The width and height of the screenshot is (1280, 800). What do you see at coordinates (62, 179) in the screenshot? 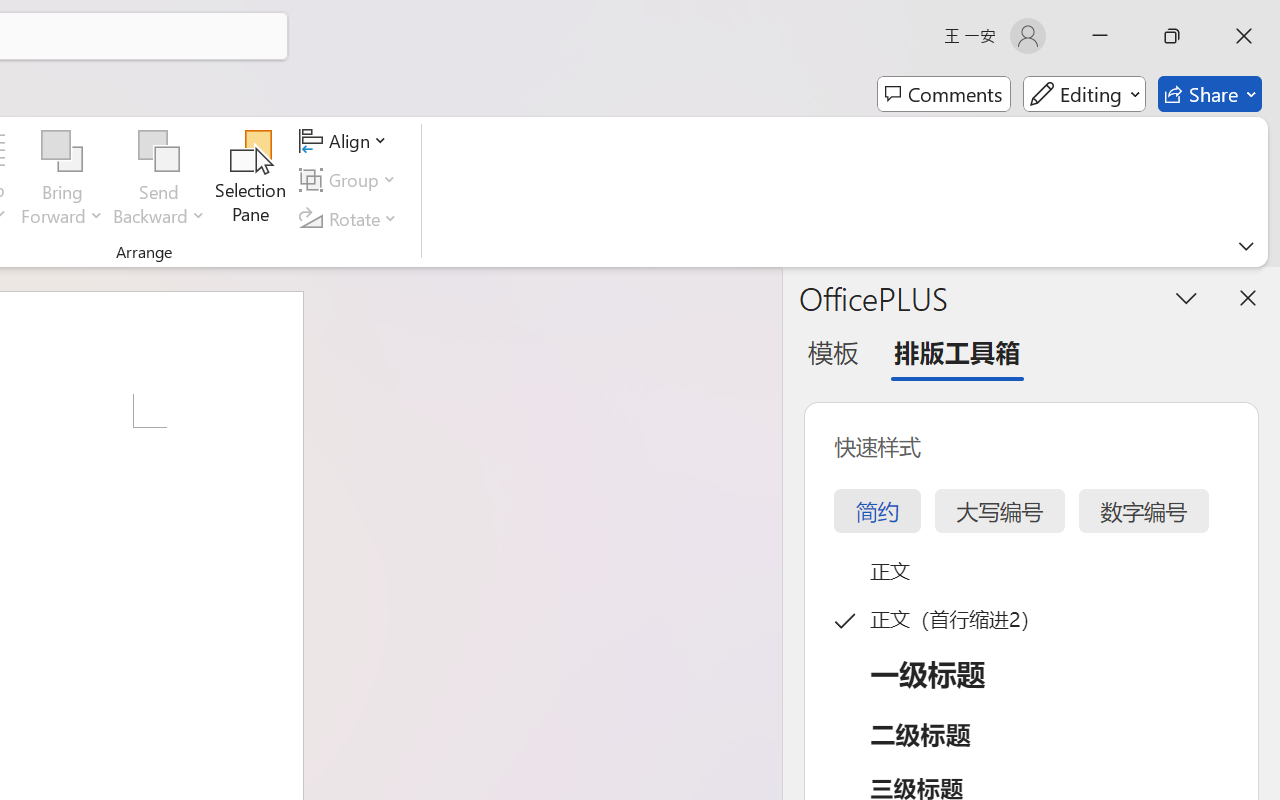
I see `'Bring Forward'` at bounding box center [62, 179].